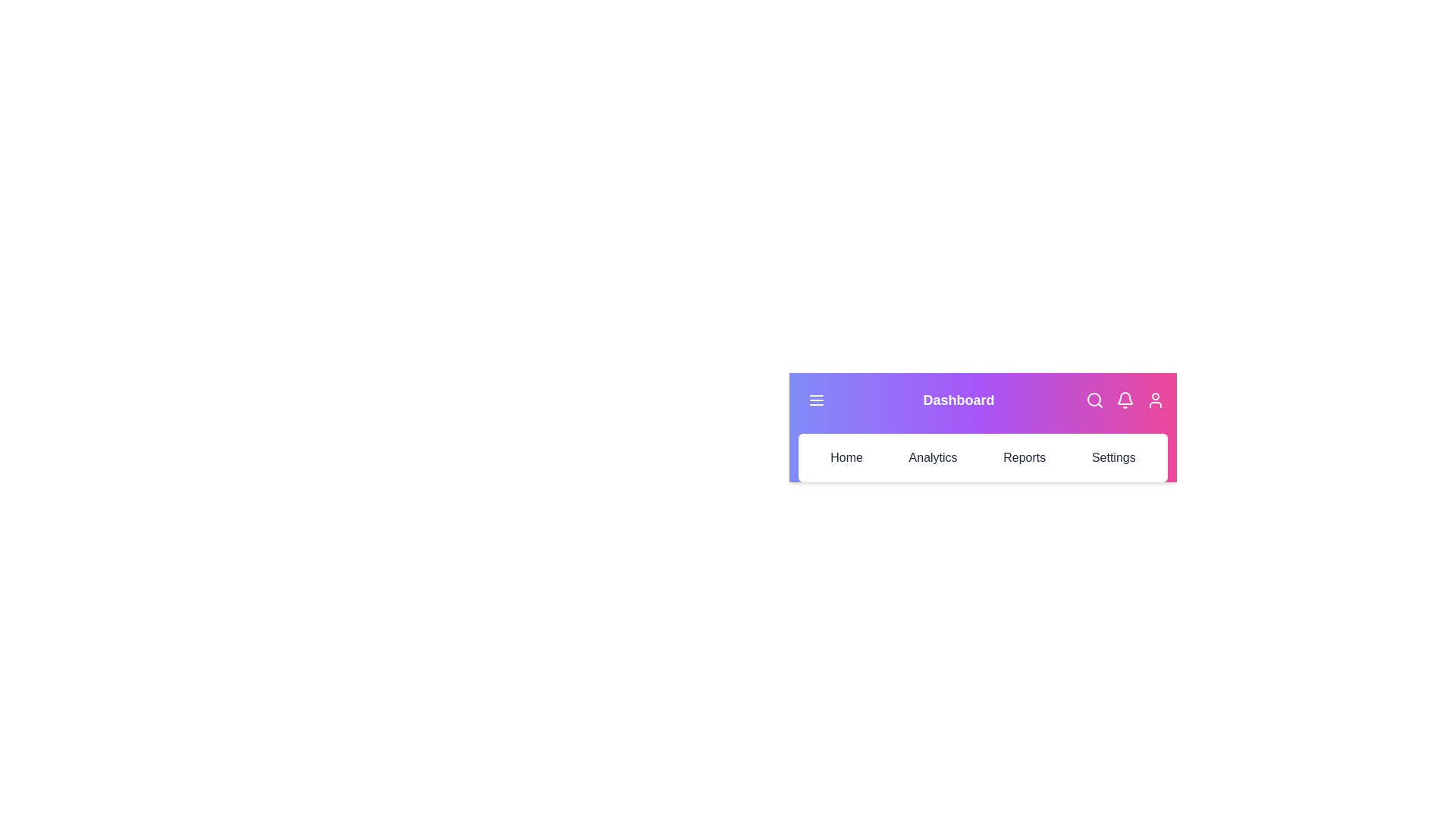 The image size is (1456, 819). What do you see at coordinates (1125, 400) in the screenshot?
I see `the bell icon to view notifications` at bounding box center [1125, 400].